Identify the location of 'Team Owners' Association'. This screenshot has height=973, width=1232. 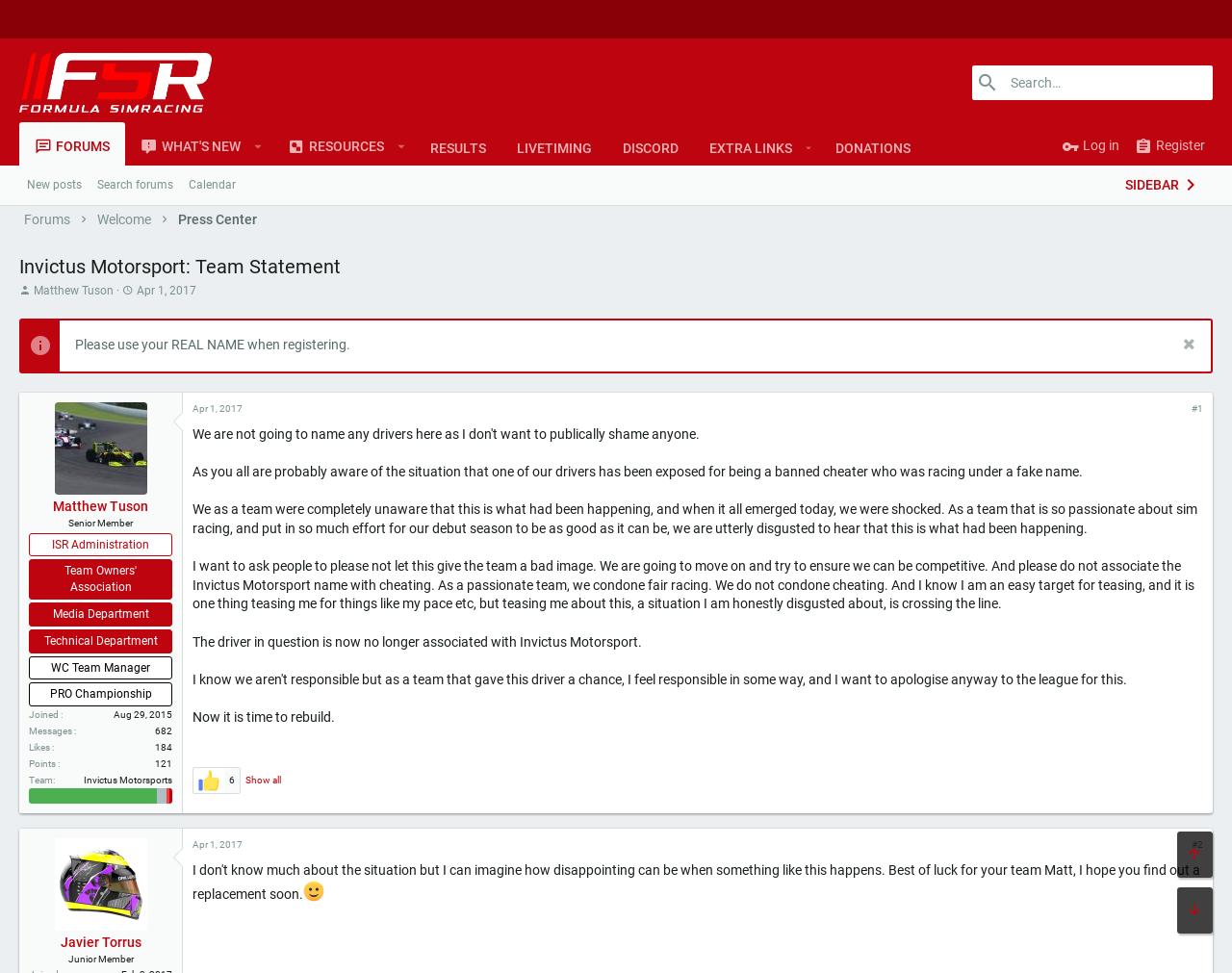
(64, 578).